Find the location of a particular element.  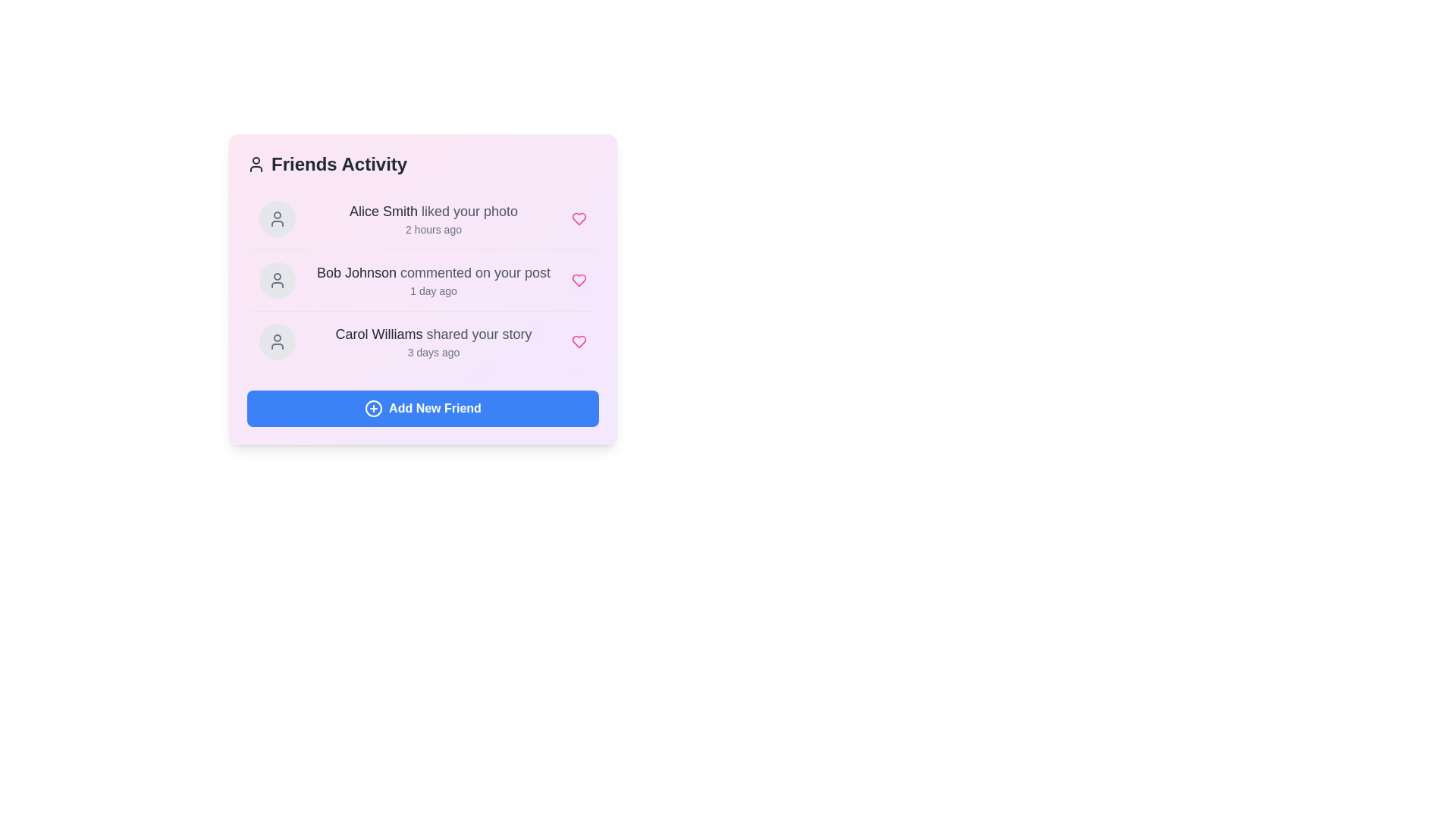

the 'Add New Friend' button to add a new friend is located at coordinates (422, 408).